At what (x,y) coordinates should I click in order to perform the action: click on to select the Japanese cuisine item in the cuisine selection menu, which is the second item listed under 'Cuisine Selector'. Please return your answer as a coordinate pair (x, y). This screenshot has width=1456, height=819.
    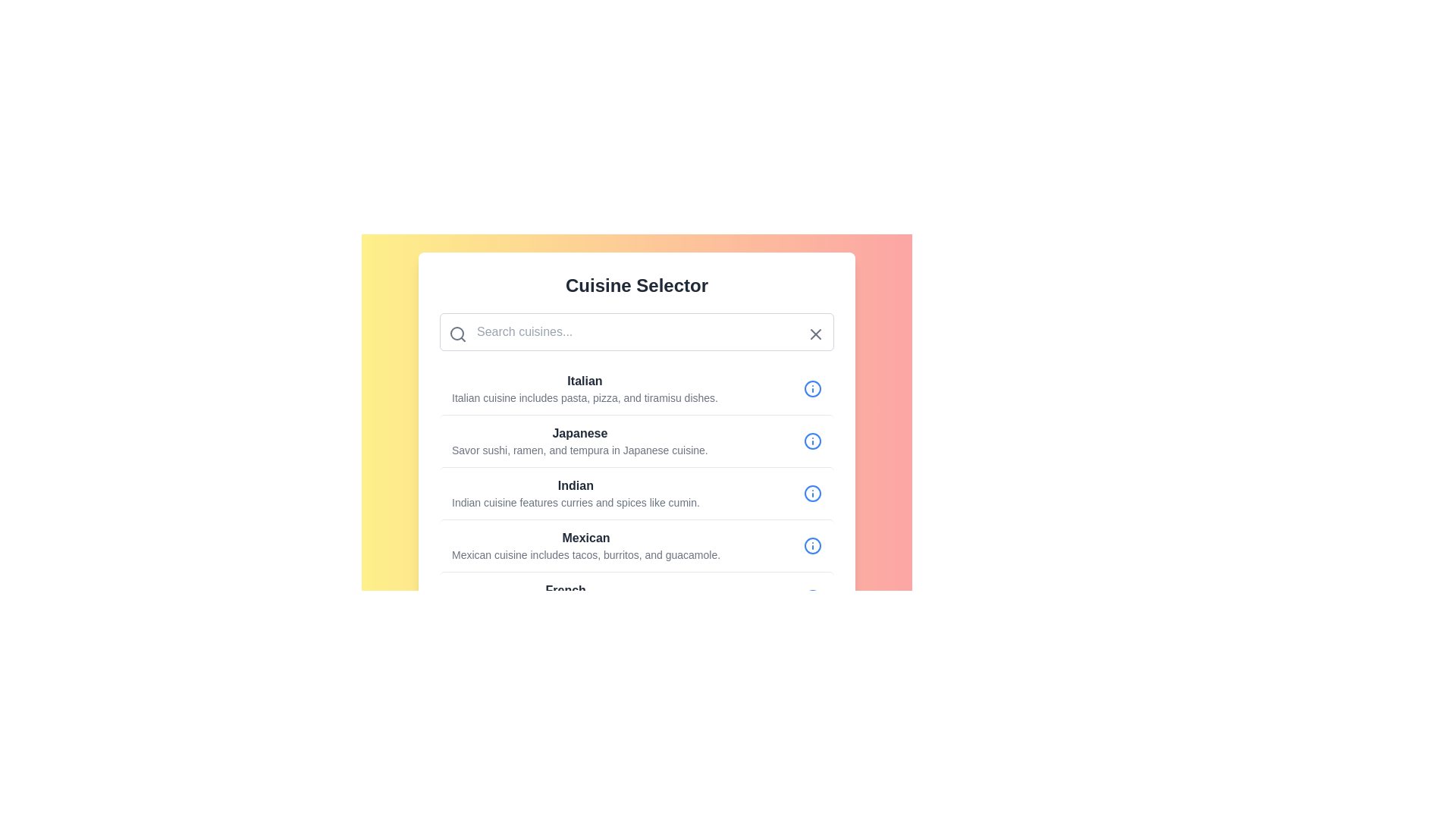
    Looking at the image, I should click on (637, 441).